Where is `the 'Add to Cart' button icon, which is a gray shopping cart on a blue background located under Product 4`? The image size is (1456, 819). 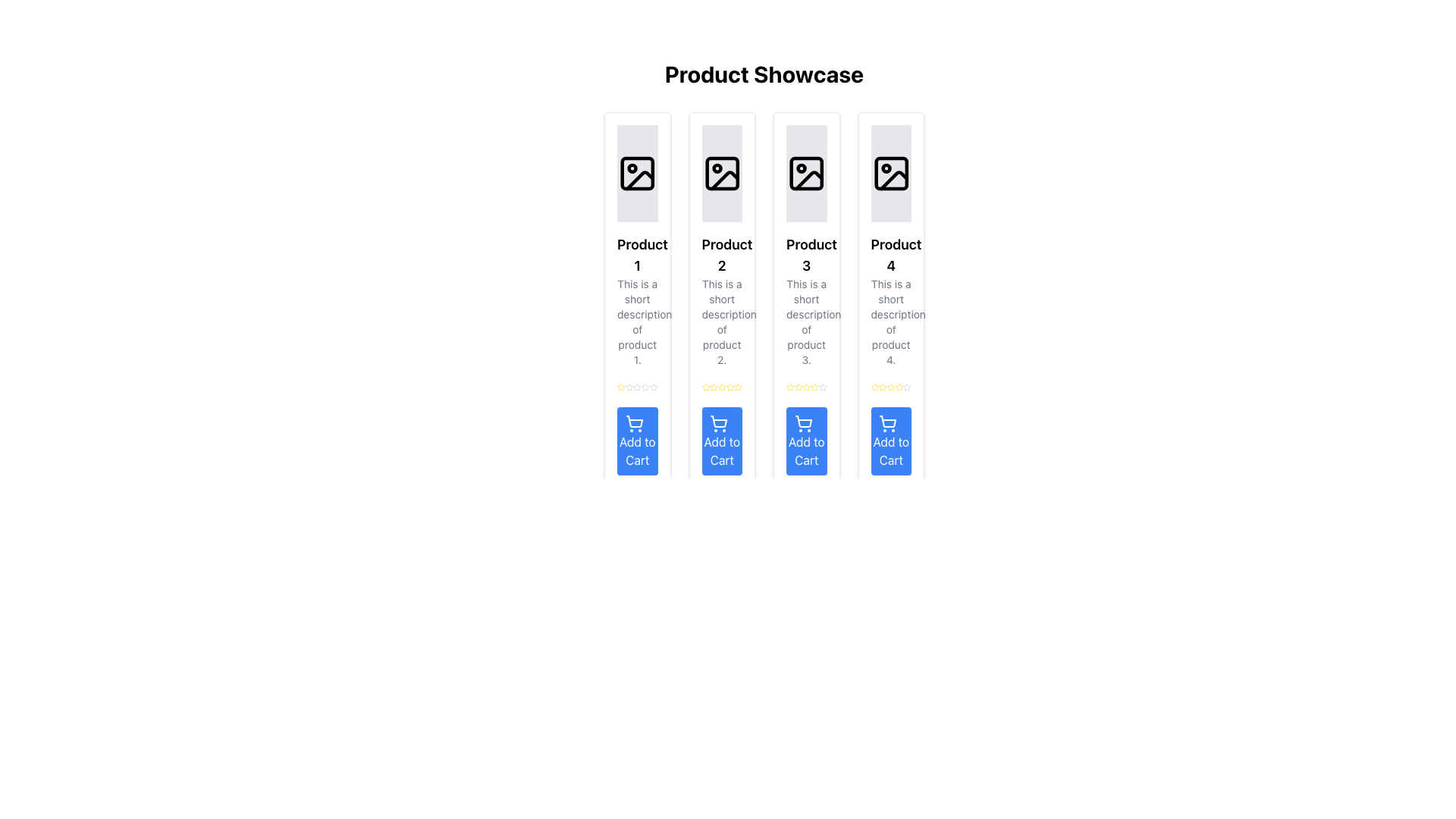
the 'Add to Cart' button icon, which is a gray shopping cart on a blue background located under Product 4 is located at coordinates (888, 421).